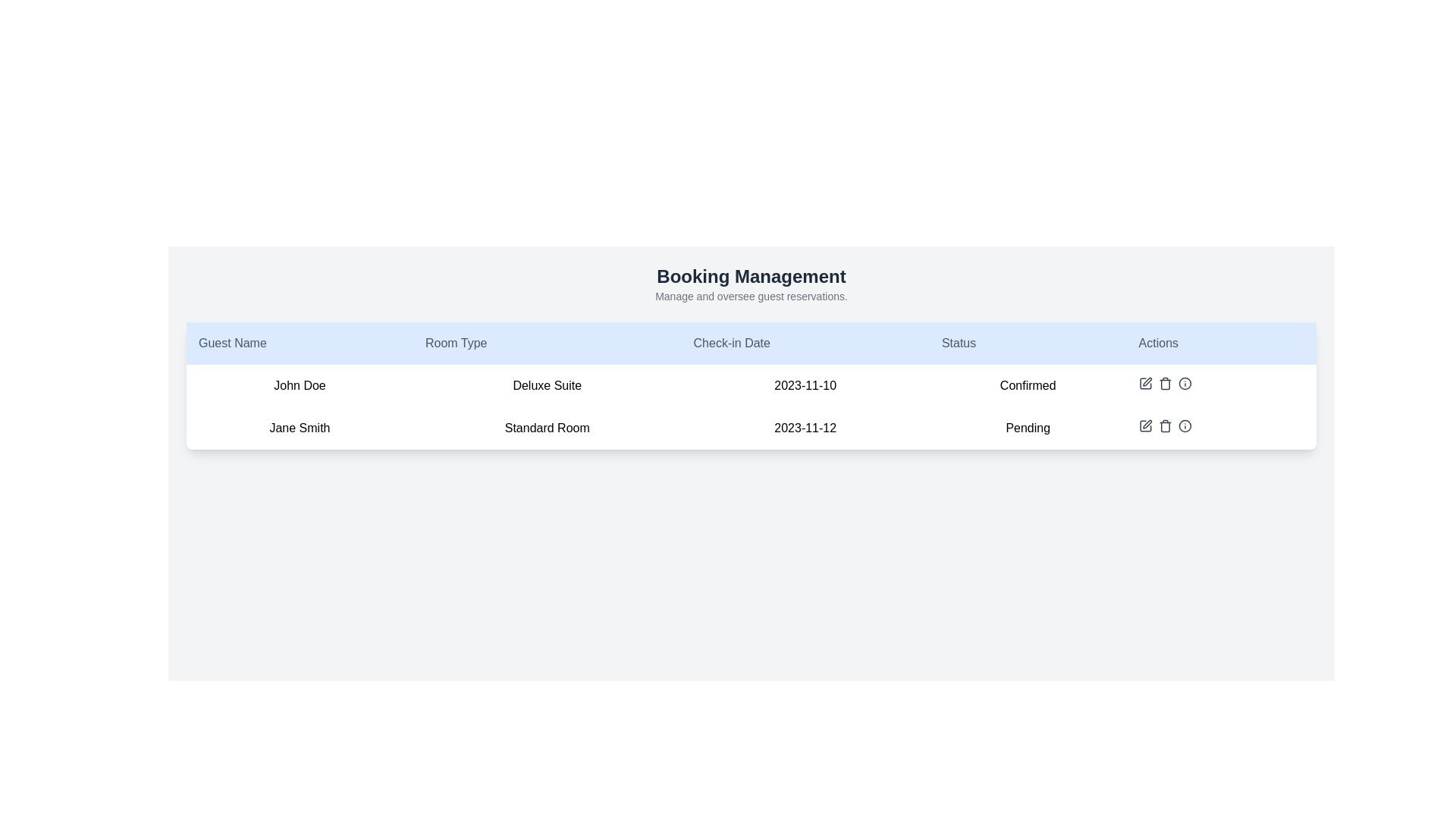 The image size is (1456, 819). I want to click on the date entry element displaying '2023-11-12' in the table row for 'Jane Smith', so click(805, 428).